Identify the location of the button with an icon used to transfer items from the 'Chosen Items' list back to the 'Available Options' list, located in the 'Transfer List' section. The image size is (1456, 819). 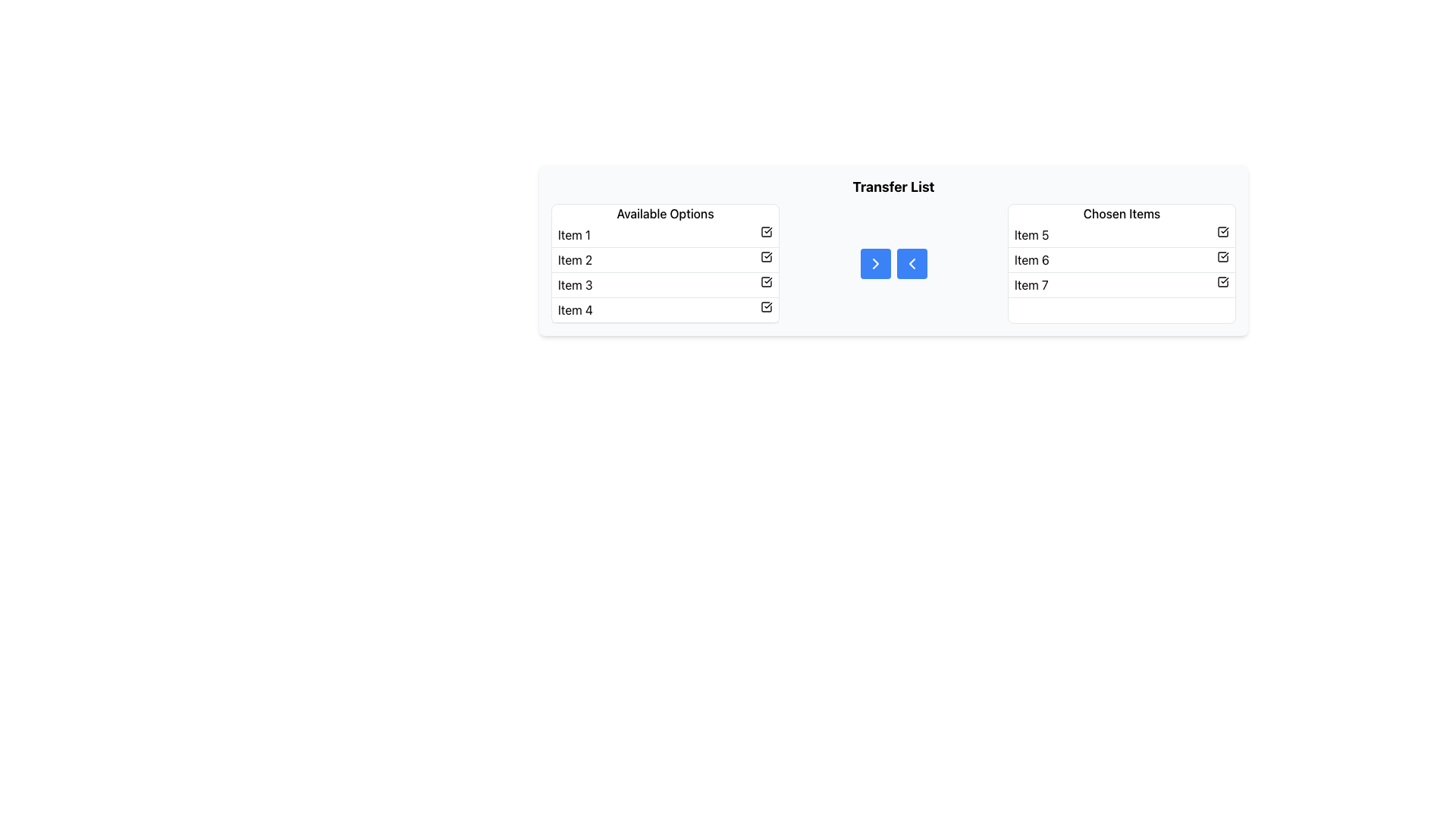
(911, 262).